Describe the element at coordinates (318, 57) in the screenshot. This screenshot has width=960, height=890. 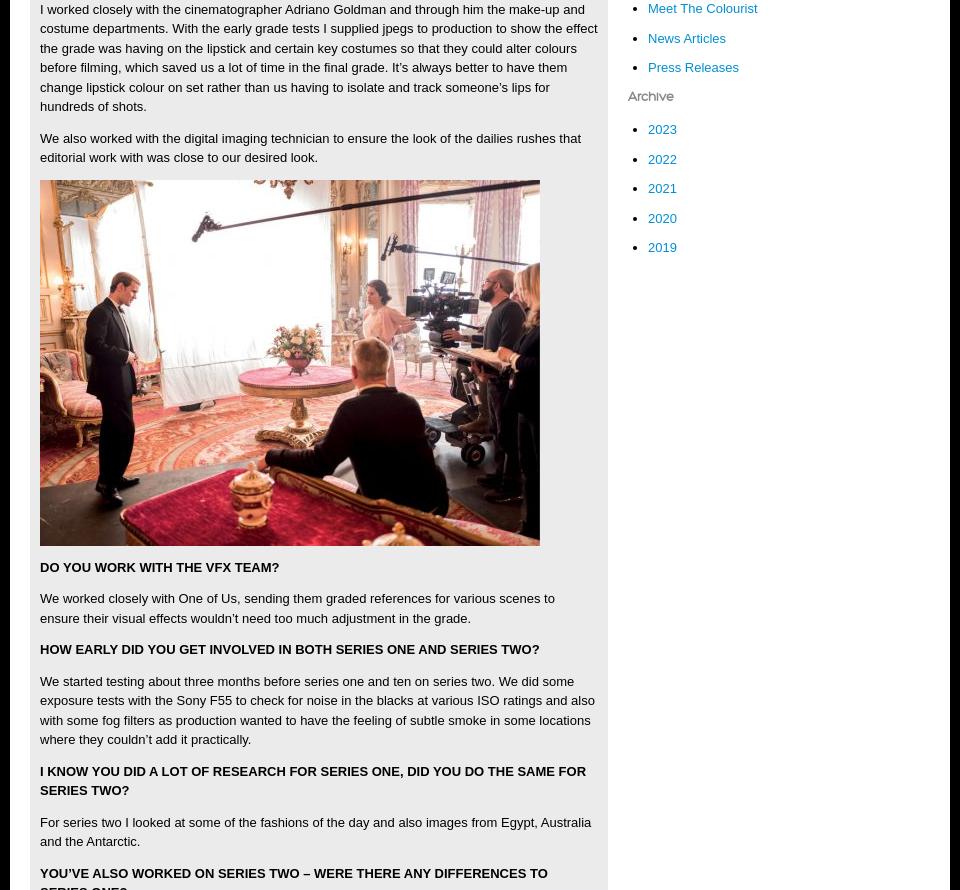
I see `'I worked closely with the cinematographer Adriano Goldman and through him the make-up and costume departments. With the early grade tests I supplied jpegs to production to show the effect the grade was having on the lipstick and certain key costumes so that they could alter colours before filming, which saved us a lot of time in the final grade. It’s always better to have them change lipstick colour on set rather than us having to isolate and track someone’s lips for hundreds of shots.'` at that location.